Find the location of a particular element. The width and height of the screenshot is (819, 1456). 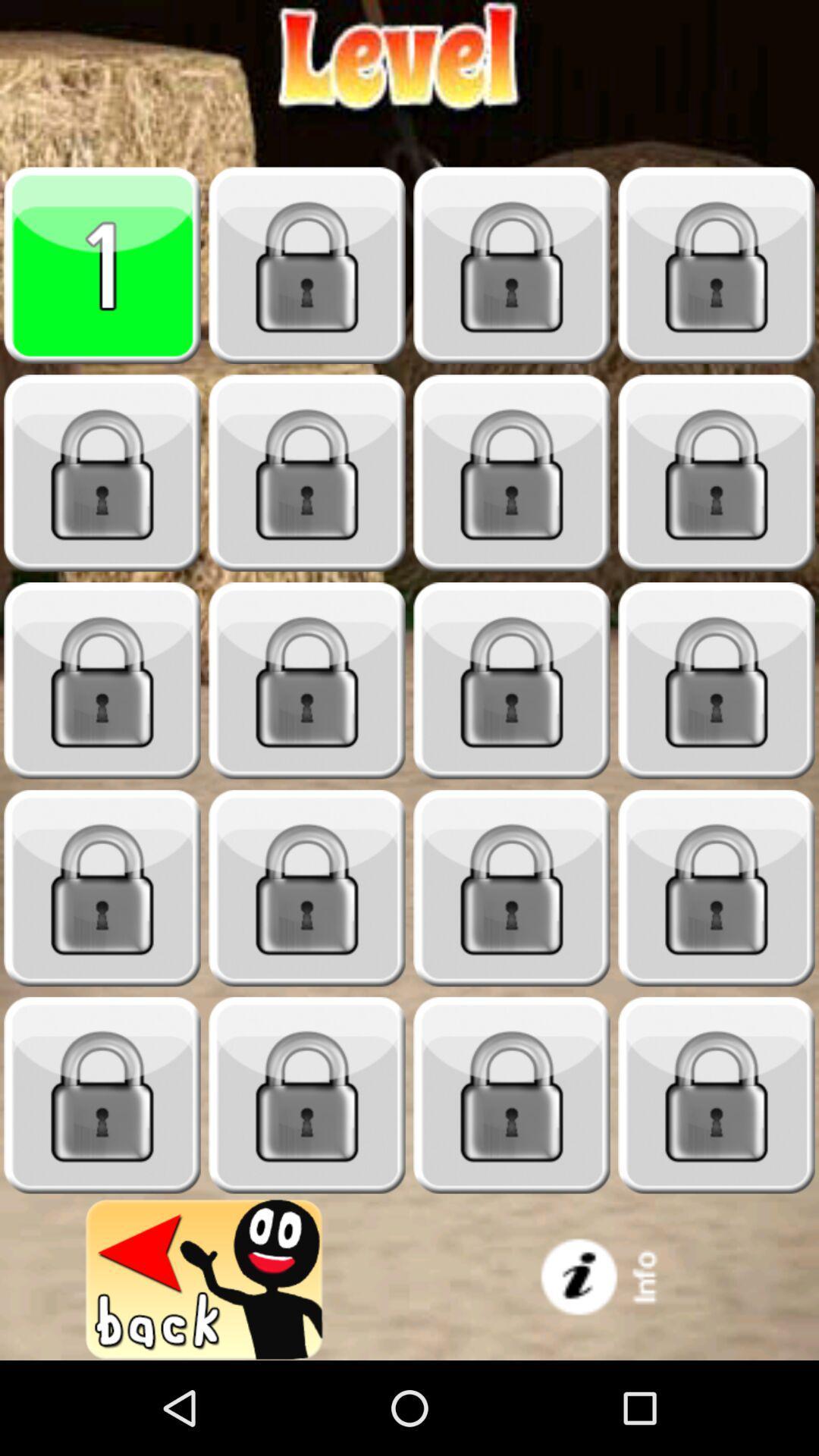

level of game is located at coordinates (102, 472).